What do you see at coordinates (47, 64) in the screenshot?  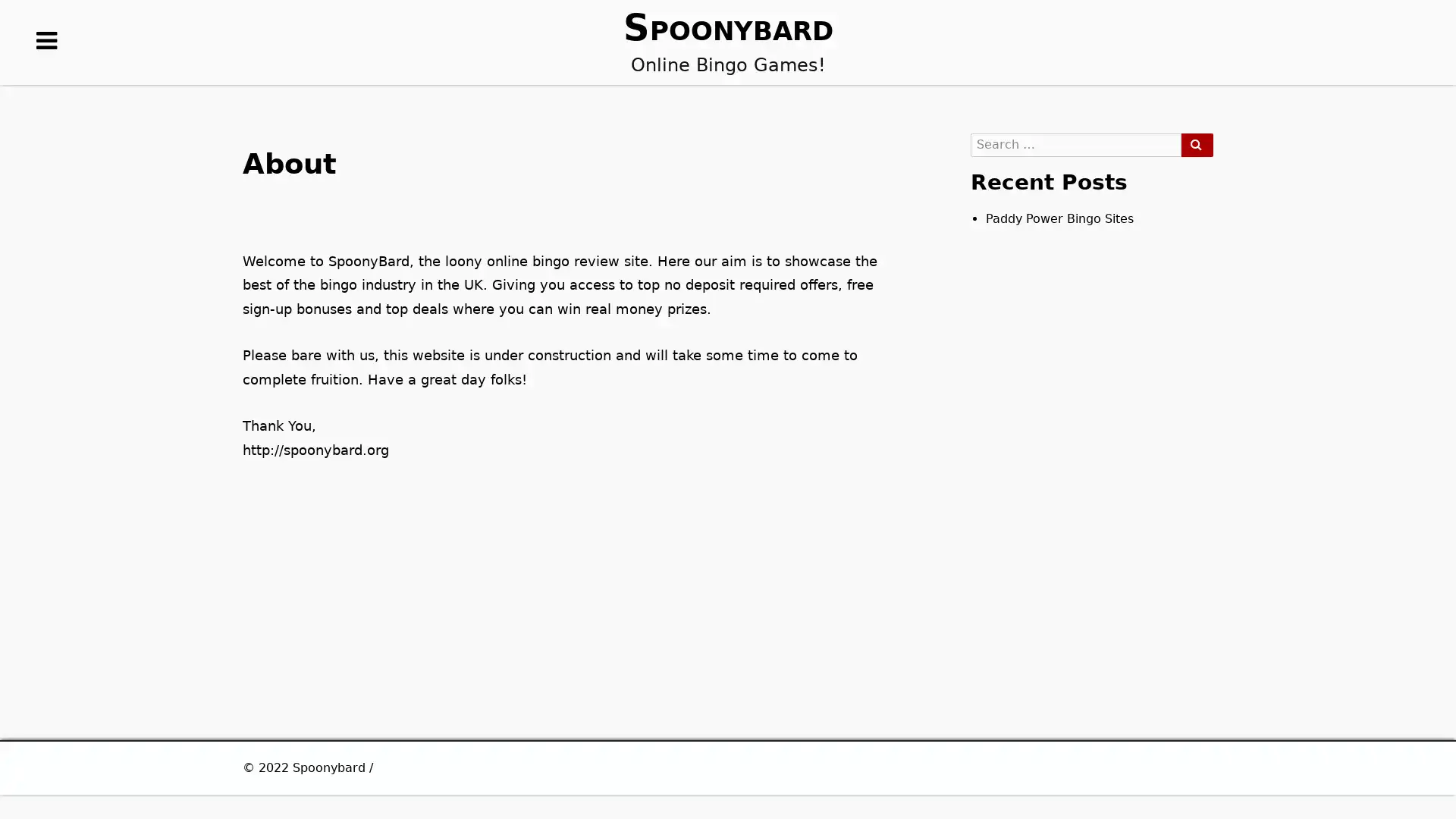 I see `MENUS` at bounding box center [47, 64].